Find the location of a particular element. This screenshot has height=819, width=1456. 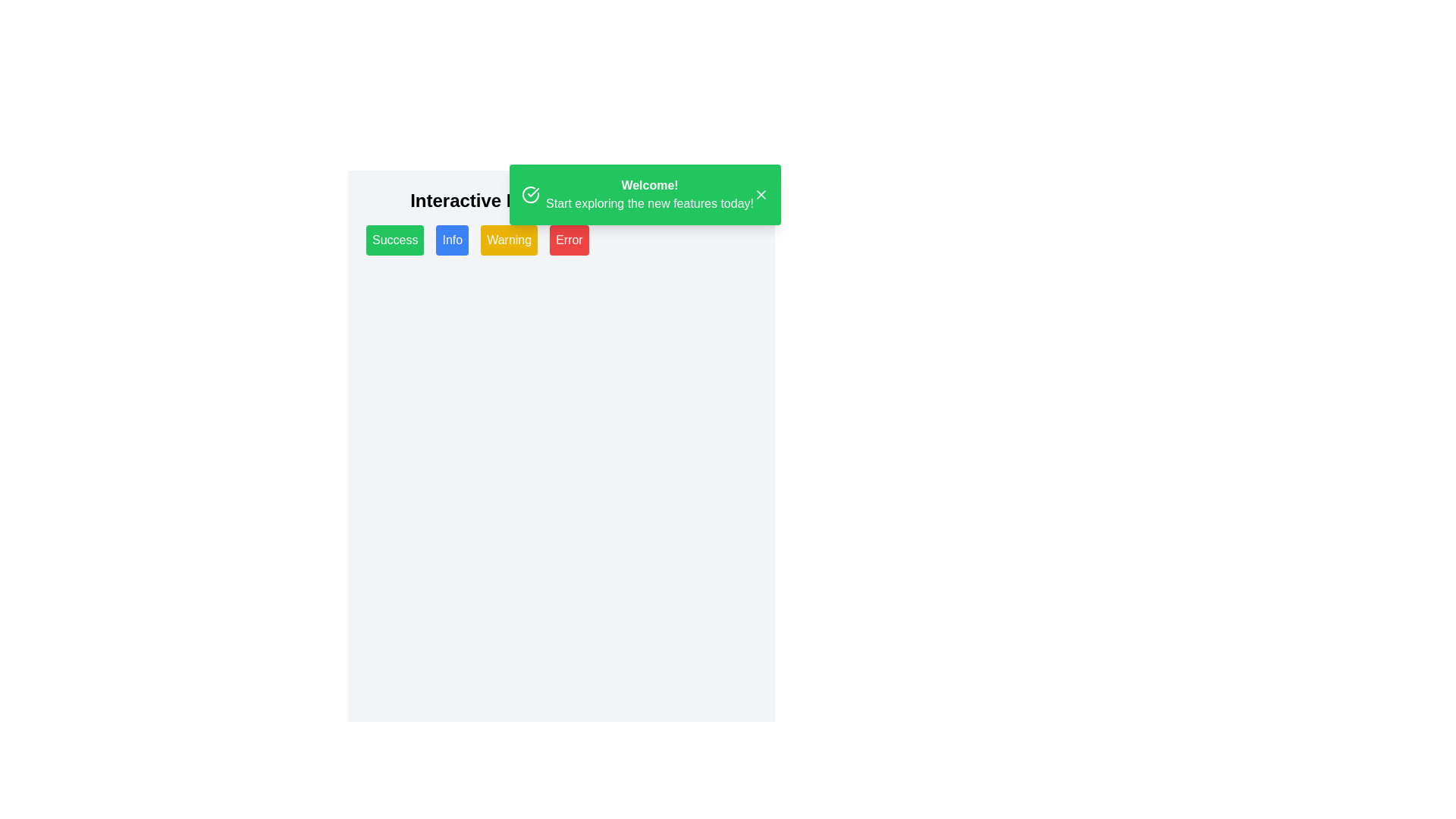

the 'Info' button, which is the second button in a group of four, located near the top-left of the interface, between the 'Success' button and the 'Warning' button is located at coordinates (451, 239).